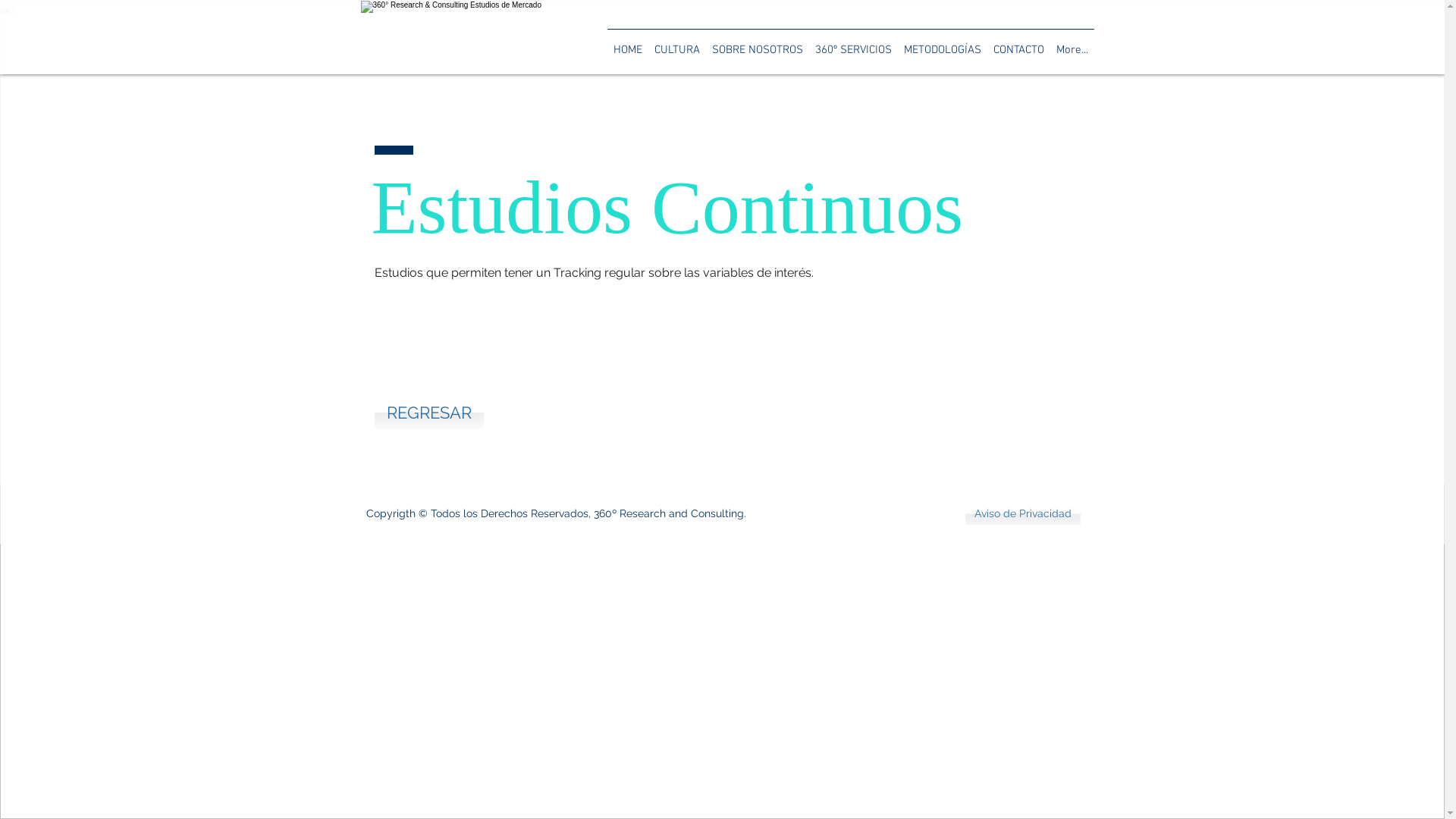 This screenshot has height=819, width=1456. I want to click on 'CONTACTO', so click(1018, 42).